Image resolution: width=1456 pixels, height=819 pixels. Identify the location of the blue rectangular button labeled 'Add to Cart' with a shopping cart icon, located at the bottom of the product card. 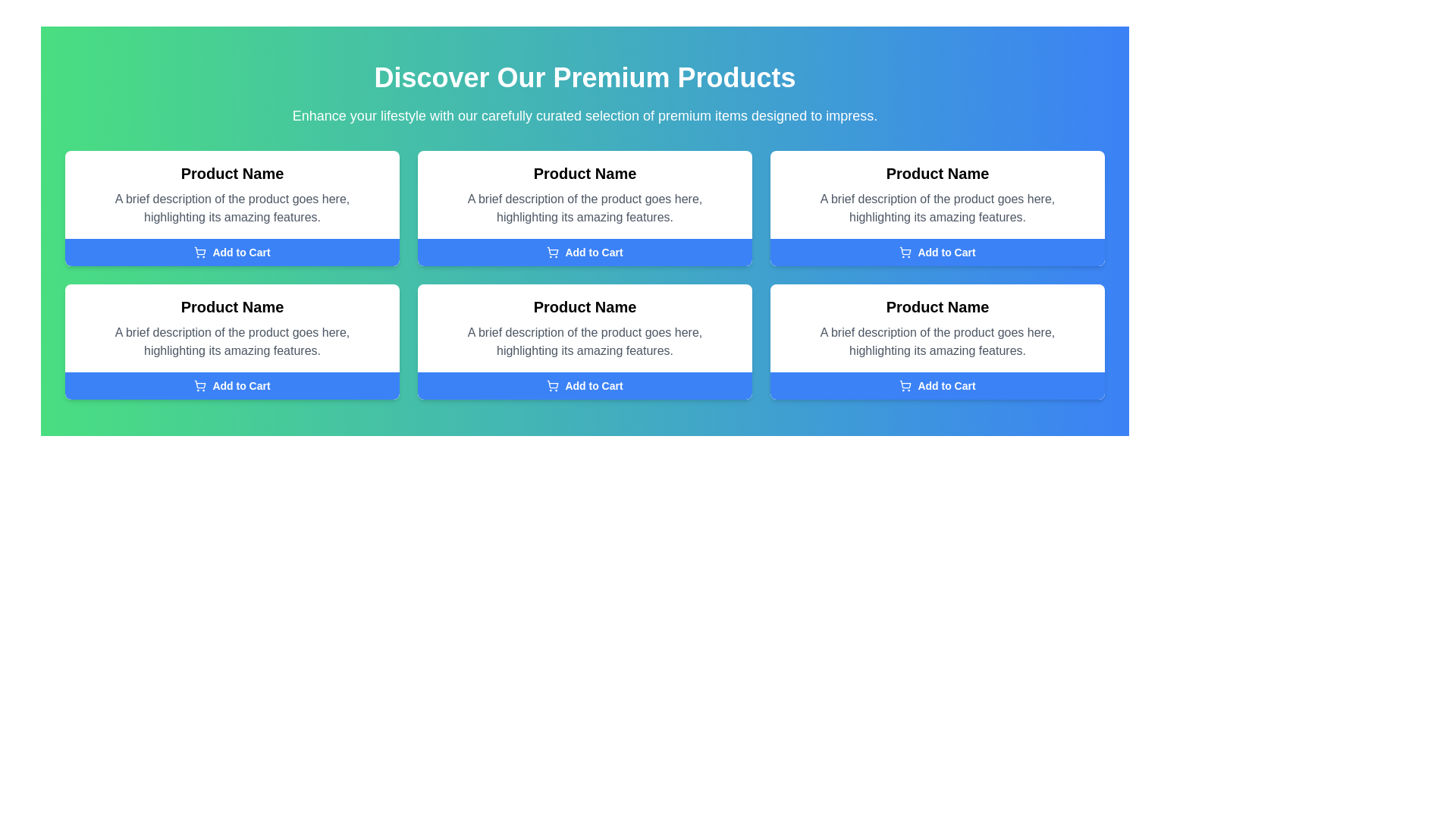
(937, 251).